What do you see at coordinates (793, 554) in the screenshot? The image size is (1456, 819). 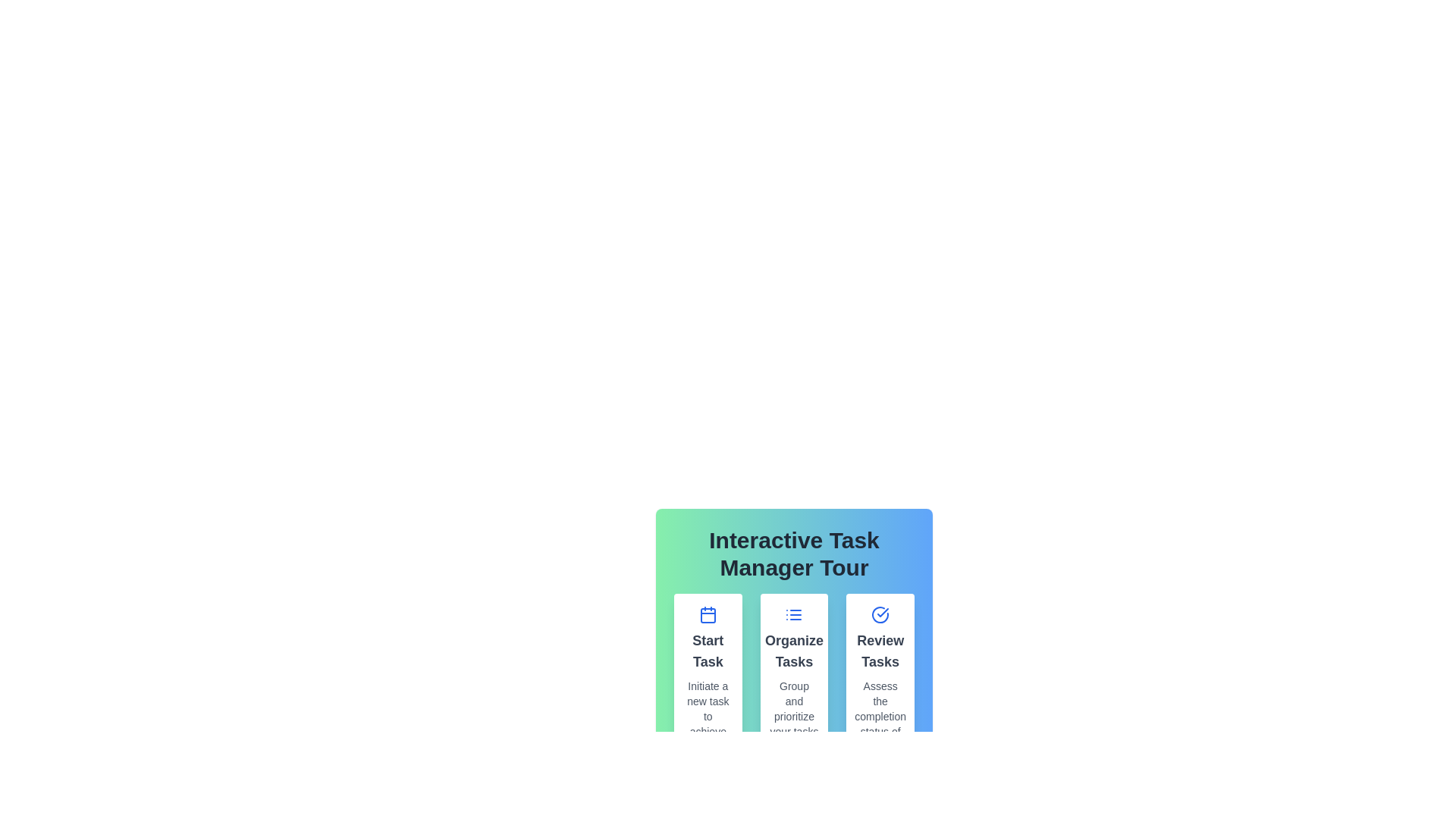 I see `the heading 'Interactive Task Manager Tour' for accessibility features by moving the cursor to its center` at bounding box center [793, 554].